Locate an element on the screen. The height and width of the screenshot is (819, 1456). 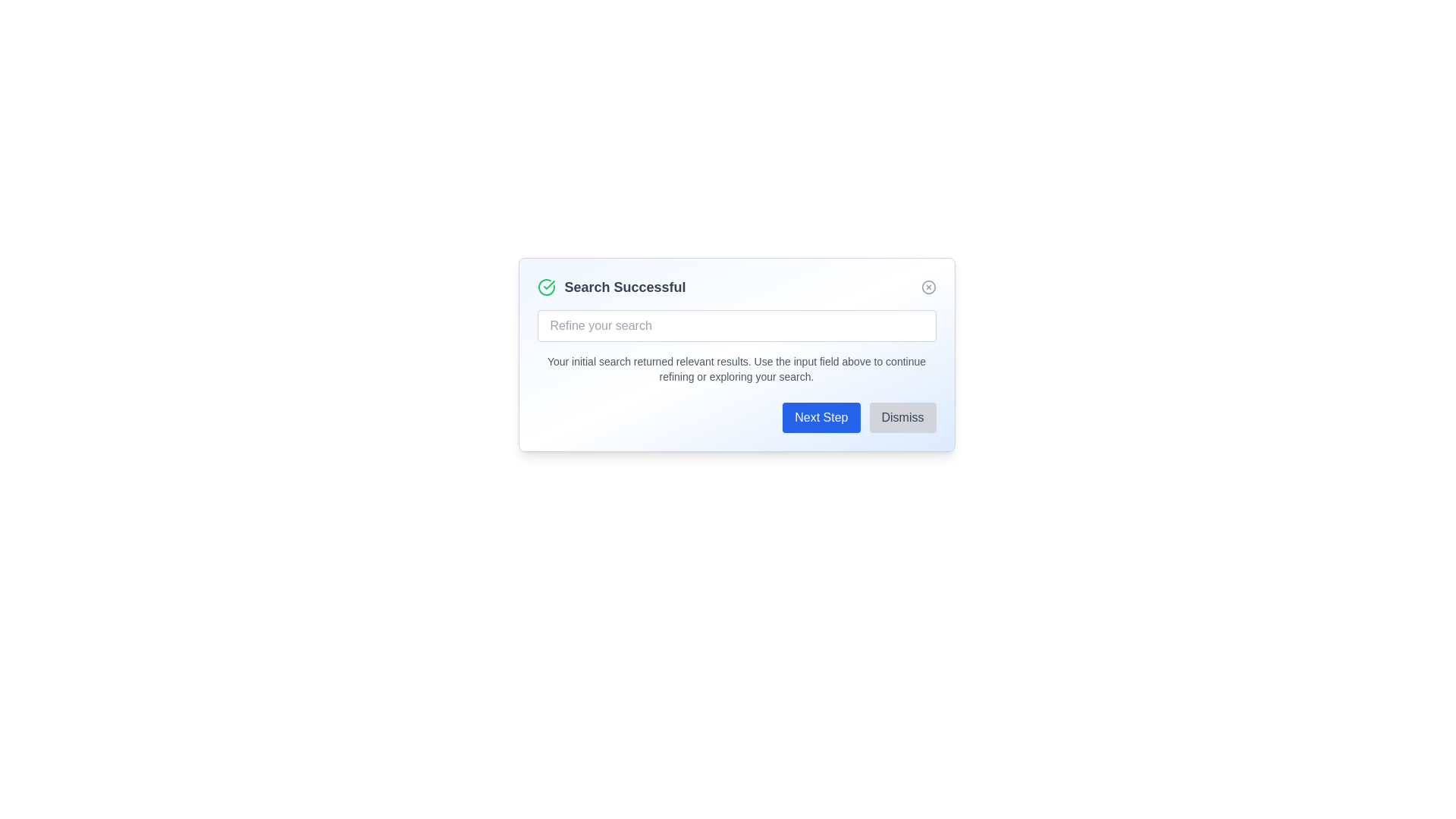
the input field and type the desired text is located at coordinates (736, 325).